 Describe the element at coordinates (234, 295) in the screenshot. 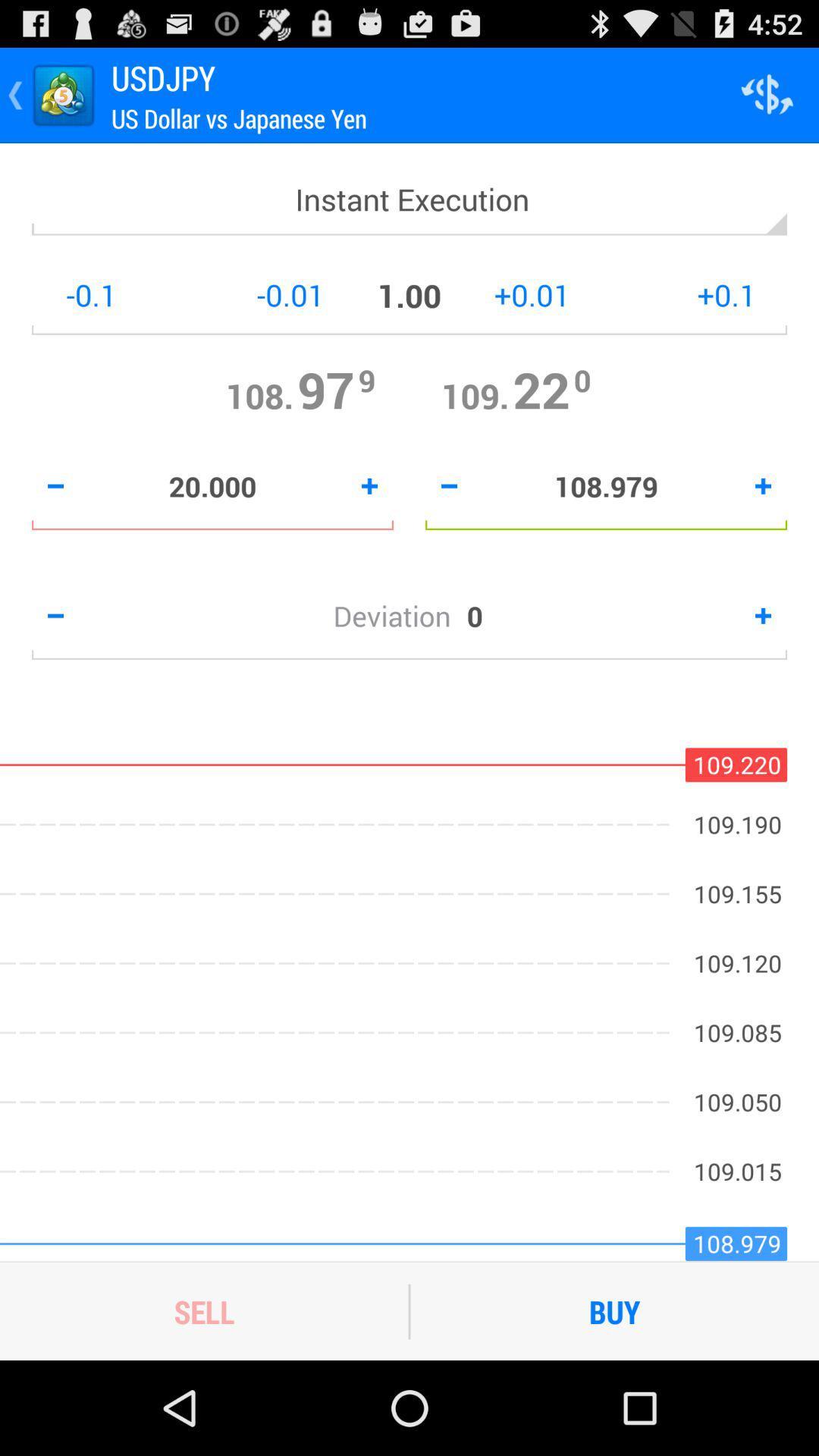

I see `001` at that location.